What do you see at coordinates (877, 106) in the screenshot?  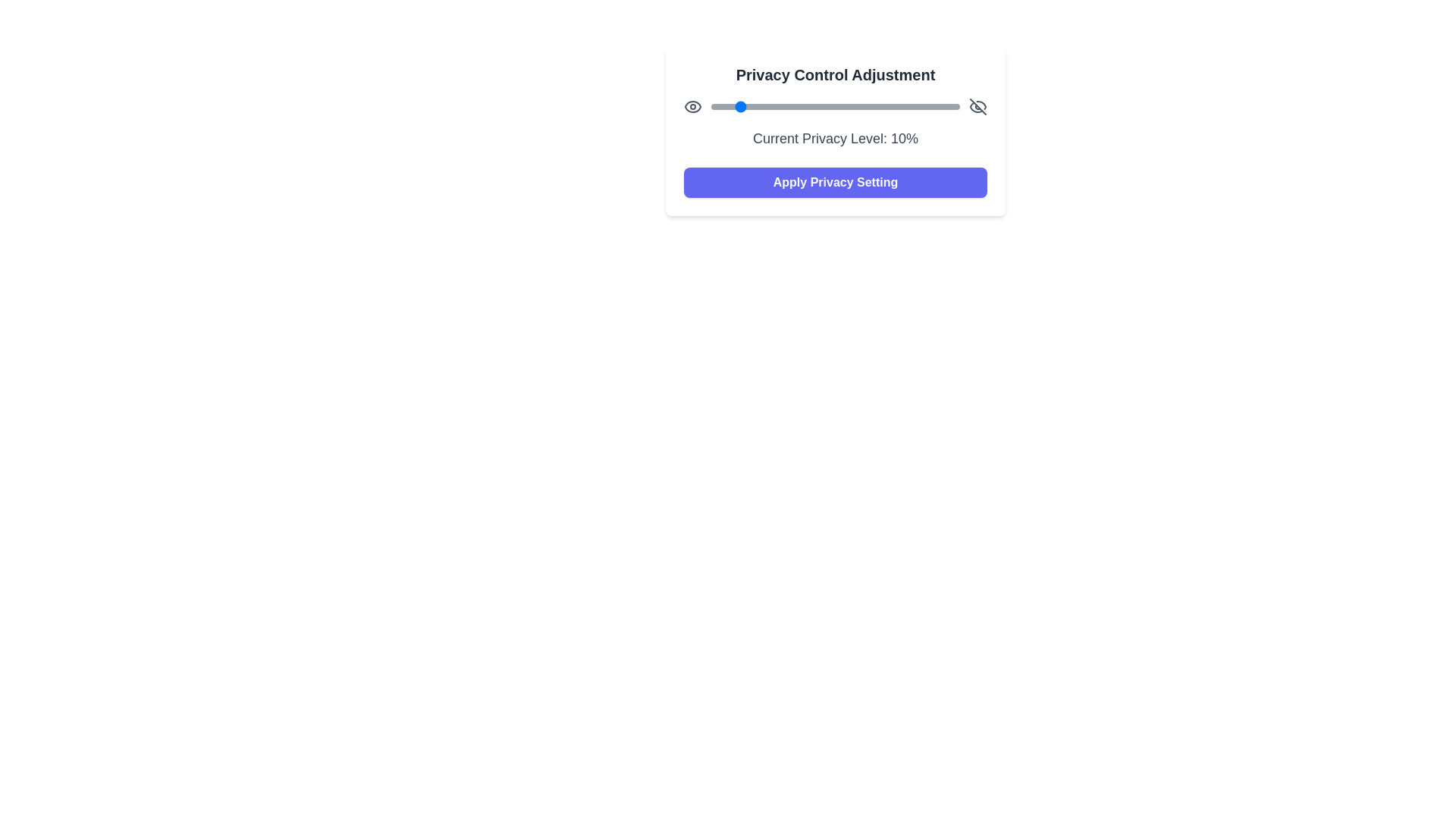 I see `the privacy slider to 67%` at bounding box center [877, 106].